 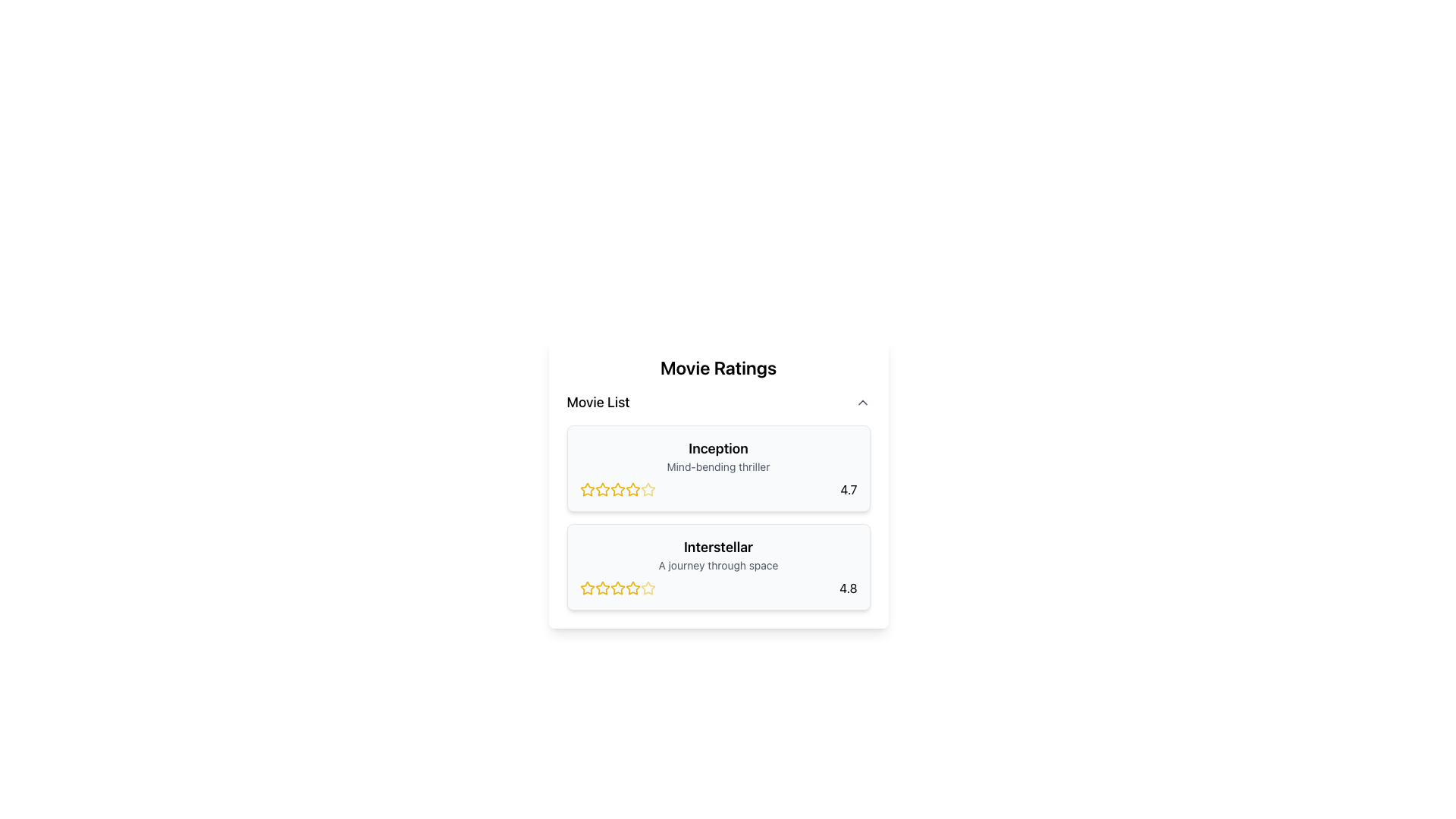 I want to click on the first yellow star-shaped rating icon to rate the movie 'Inception' in the 'Movie Ratings' interface, so click(x=601, y=489).